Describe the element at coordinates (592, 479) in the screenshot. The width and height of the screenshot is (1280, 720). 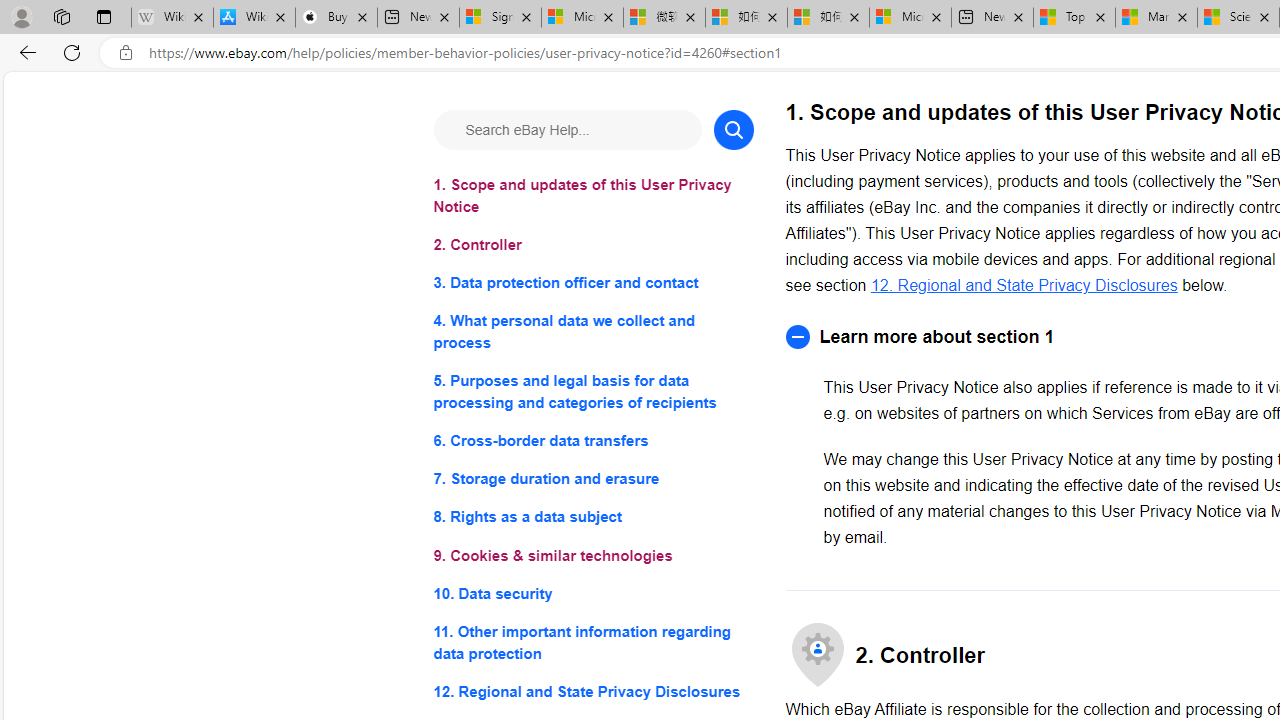
I see `'7. Storage duration and erasure'` at that location.